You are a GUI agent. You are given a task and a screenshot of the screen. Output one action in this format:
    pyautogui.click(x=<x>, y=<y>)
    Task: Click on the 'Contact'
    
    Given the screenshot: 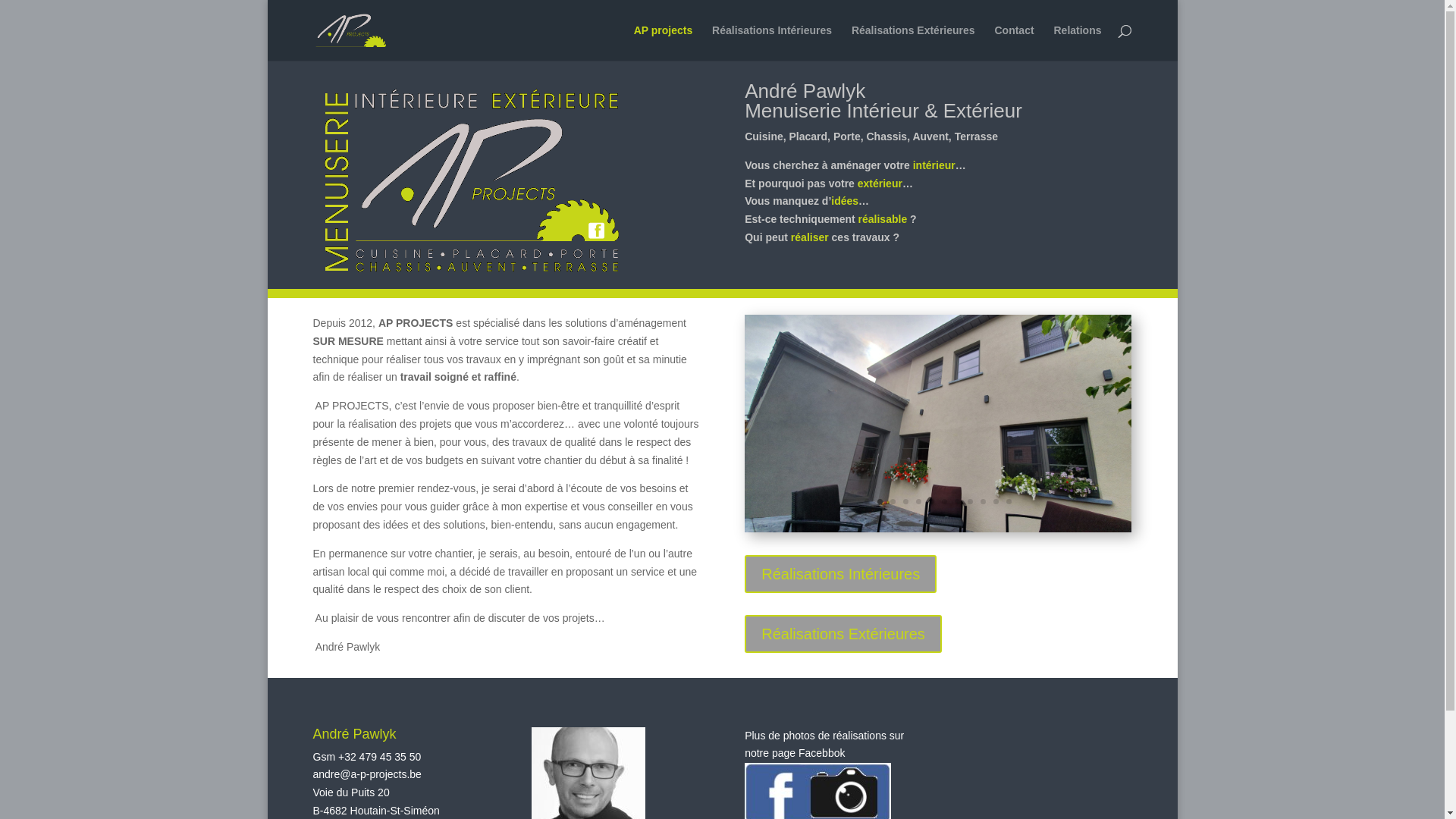 What is the action you would take?
    pyautogui.click(x=1014, y=42)
    